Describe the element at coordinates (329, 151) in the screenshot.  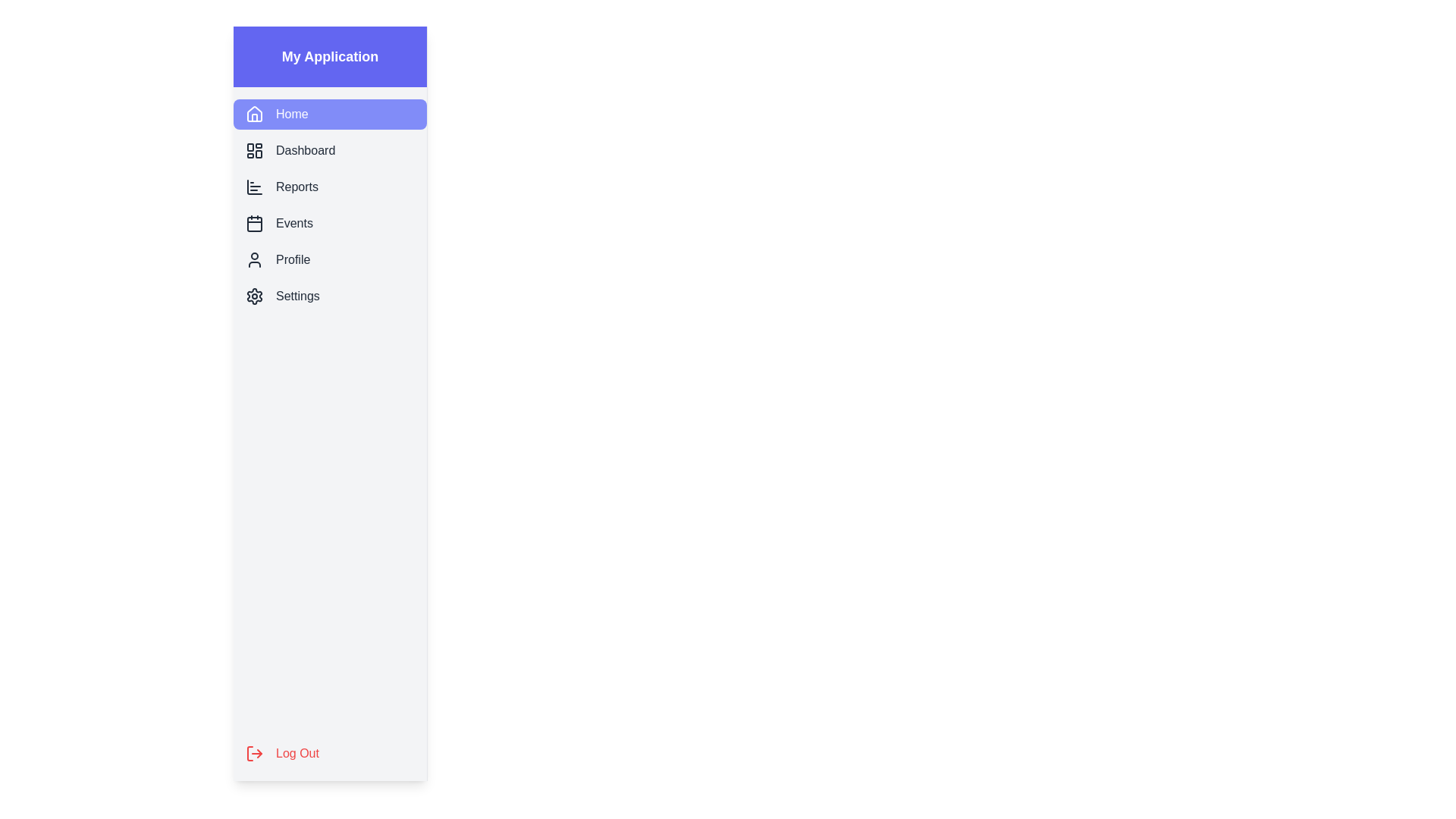
I see `the 'Dashboard' menu item, which is the second item in the vertical navigation menu` at that location.